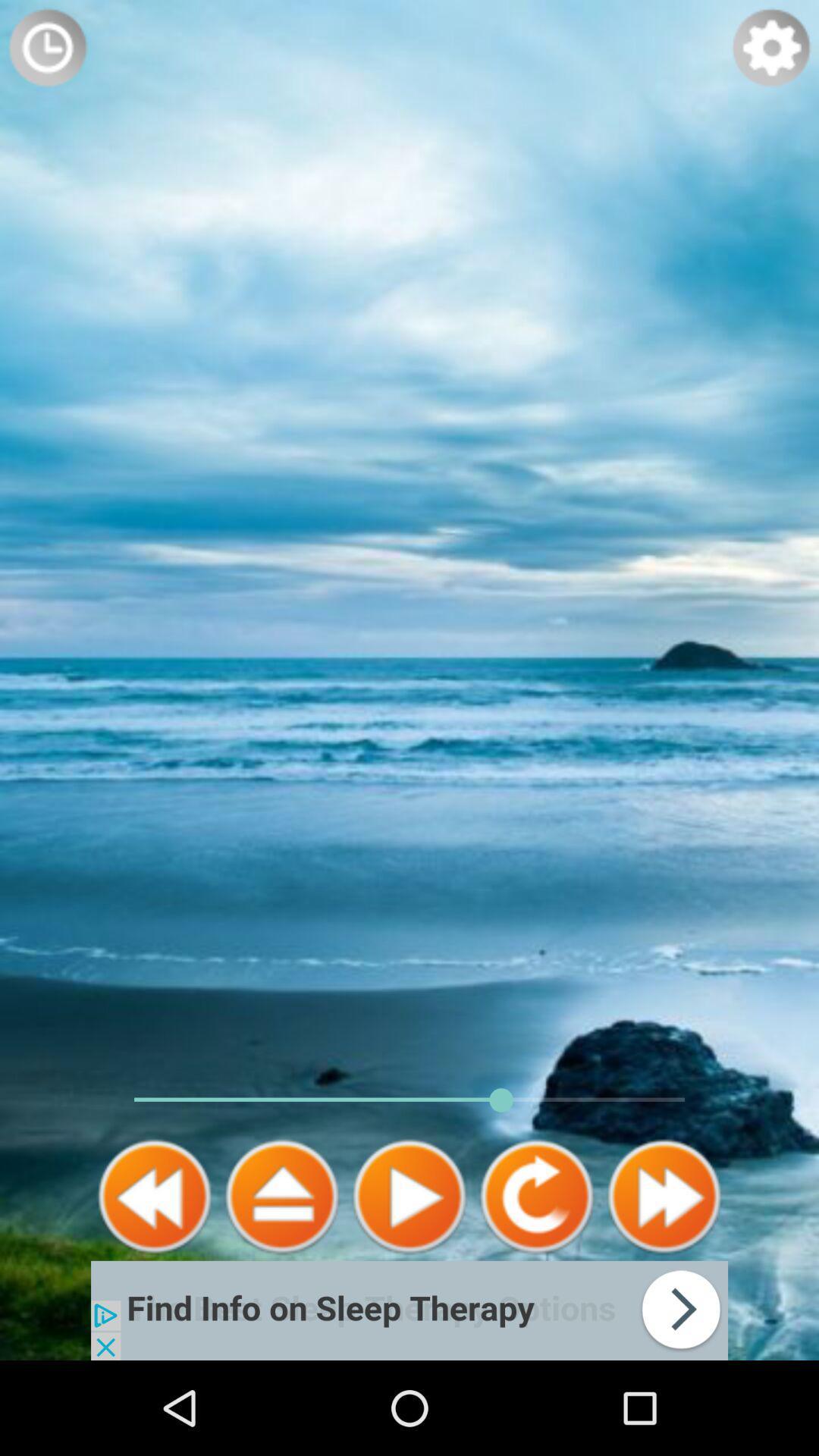 The image size is (819, 1456). What do you see at coordinates (663, 1196) in the screenshot?
I see `skip song` at bounding box center [663, 1196].